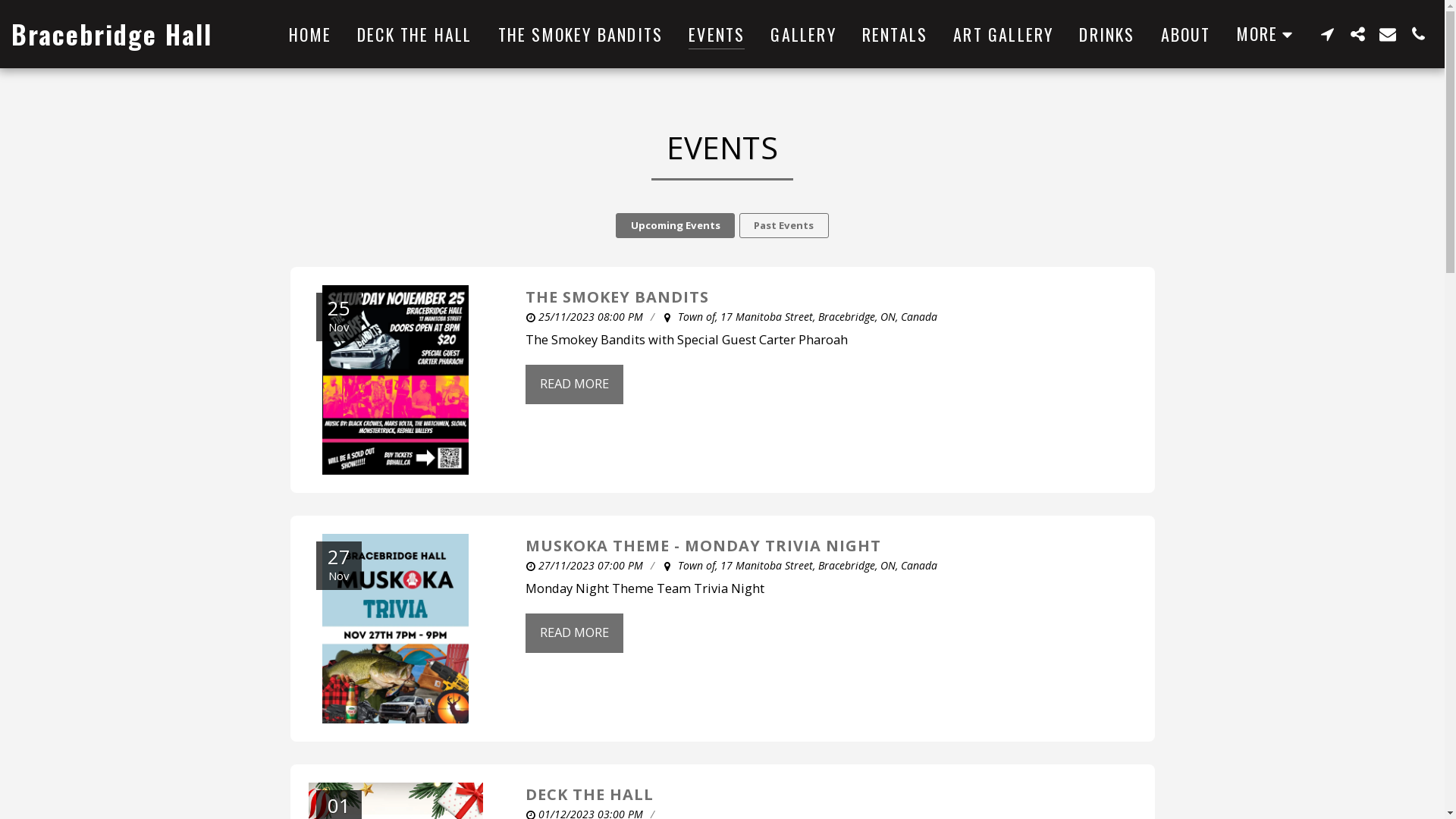 This screenshot has height=819, width=1456. Describe the element at coordinates (573, 383) in the screenshot. I see `'READ MORE'` at that location.